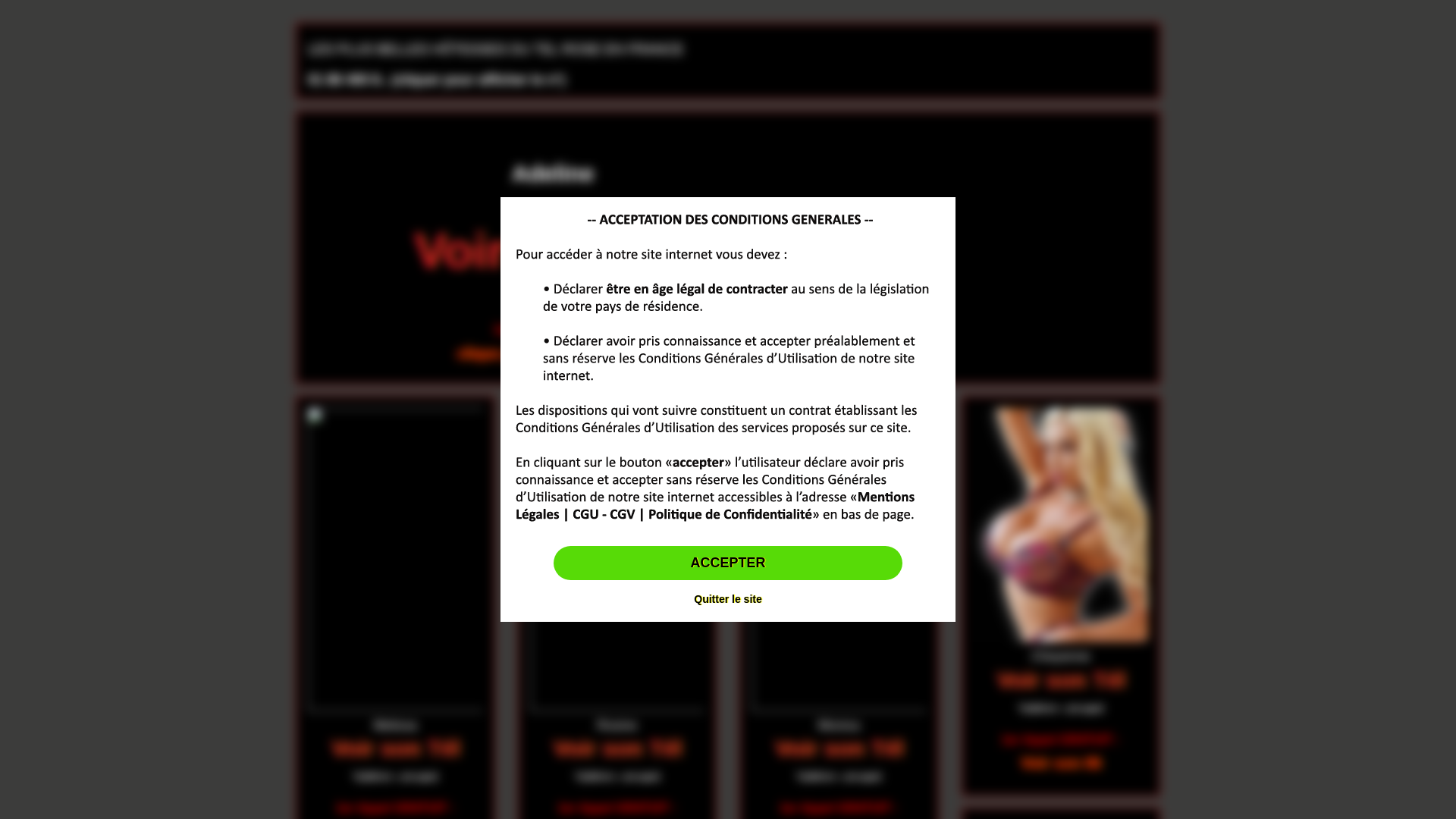  What do you see at coordinates (726, 563) in the screenshot?
I see `'ACCEPTER'` at bounding box center [726, 563].